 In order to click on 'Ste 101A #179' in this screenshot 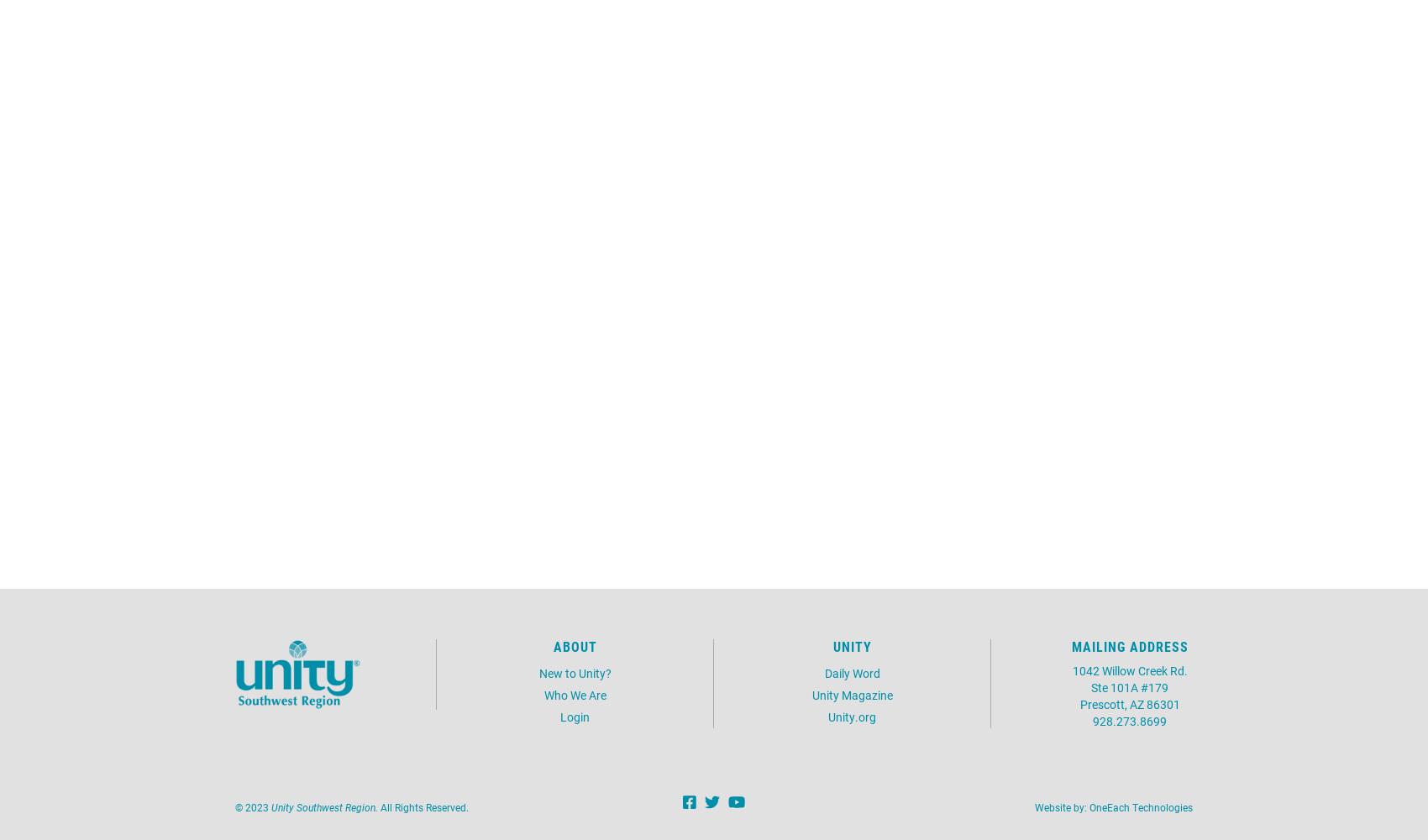, I will do `click(1130, 685)`.